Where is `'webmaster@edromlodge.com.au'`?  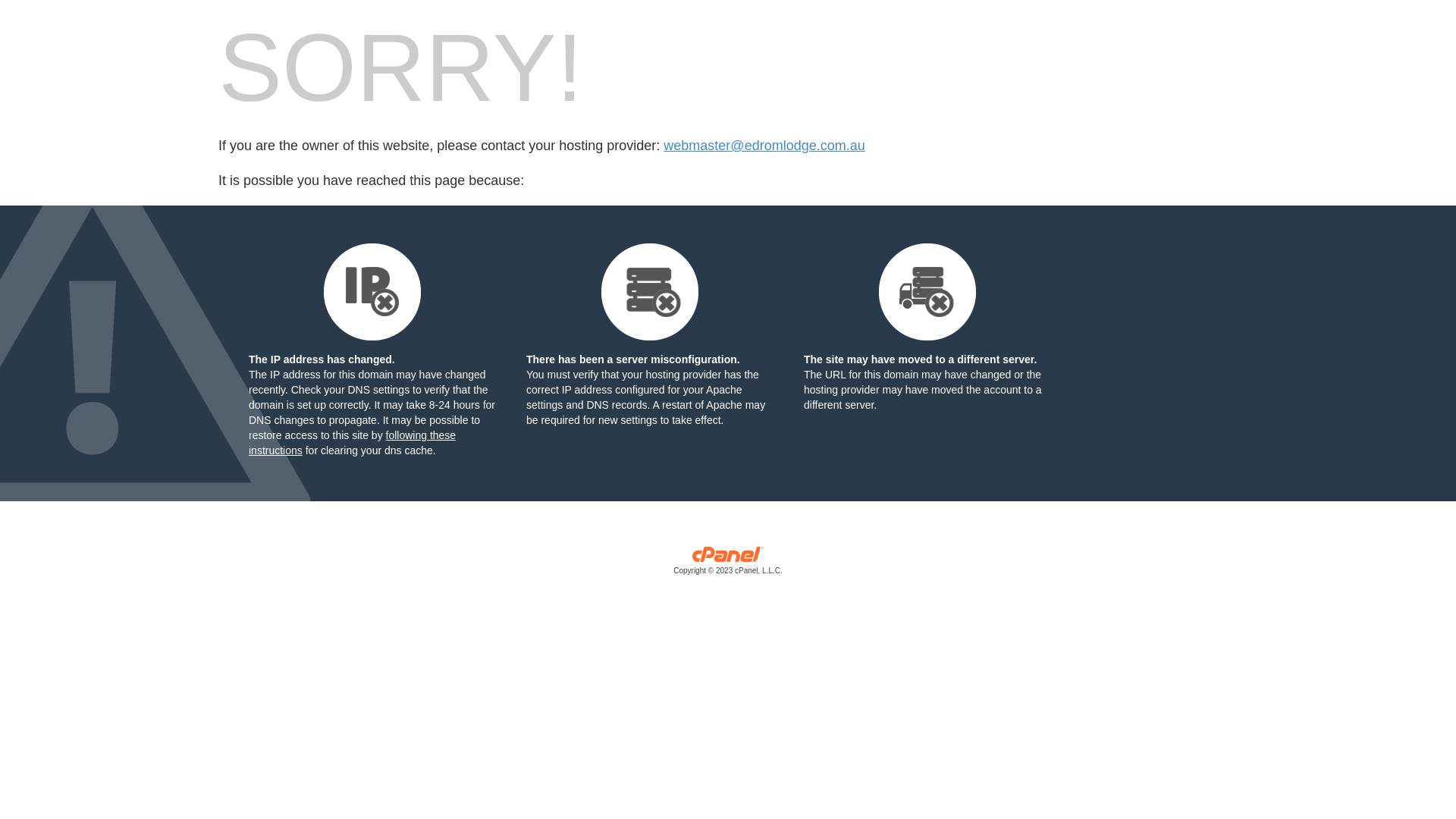
'webmaster@edromlodge.com.au' is located at coordinates (764, 146).